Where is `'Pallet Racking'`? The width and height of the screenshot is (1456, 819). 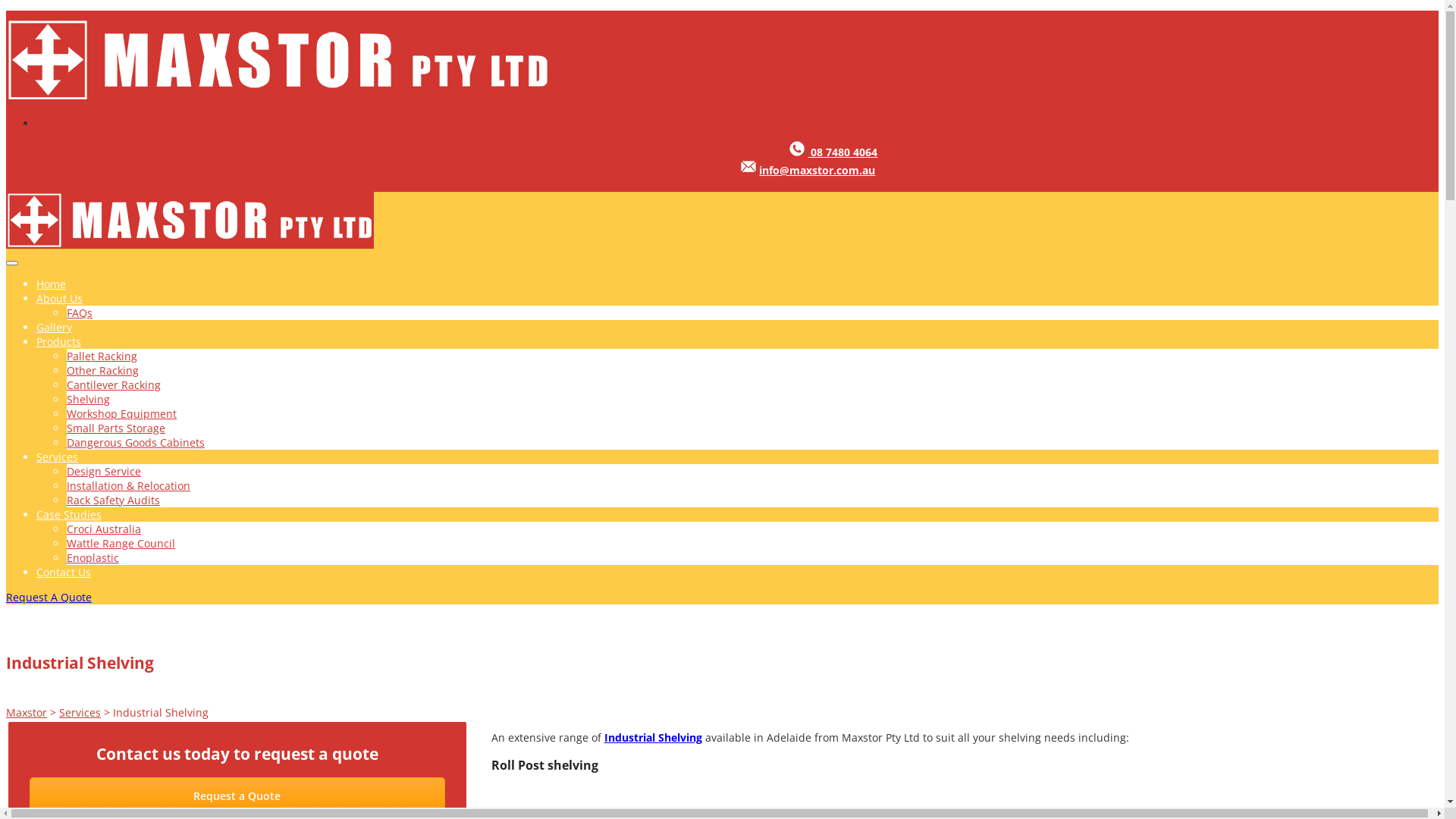
'Pallet Racking' is located at coordinates (101, 356).